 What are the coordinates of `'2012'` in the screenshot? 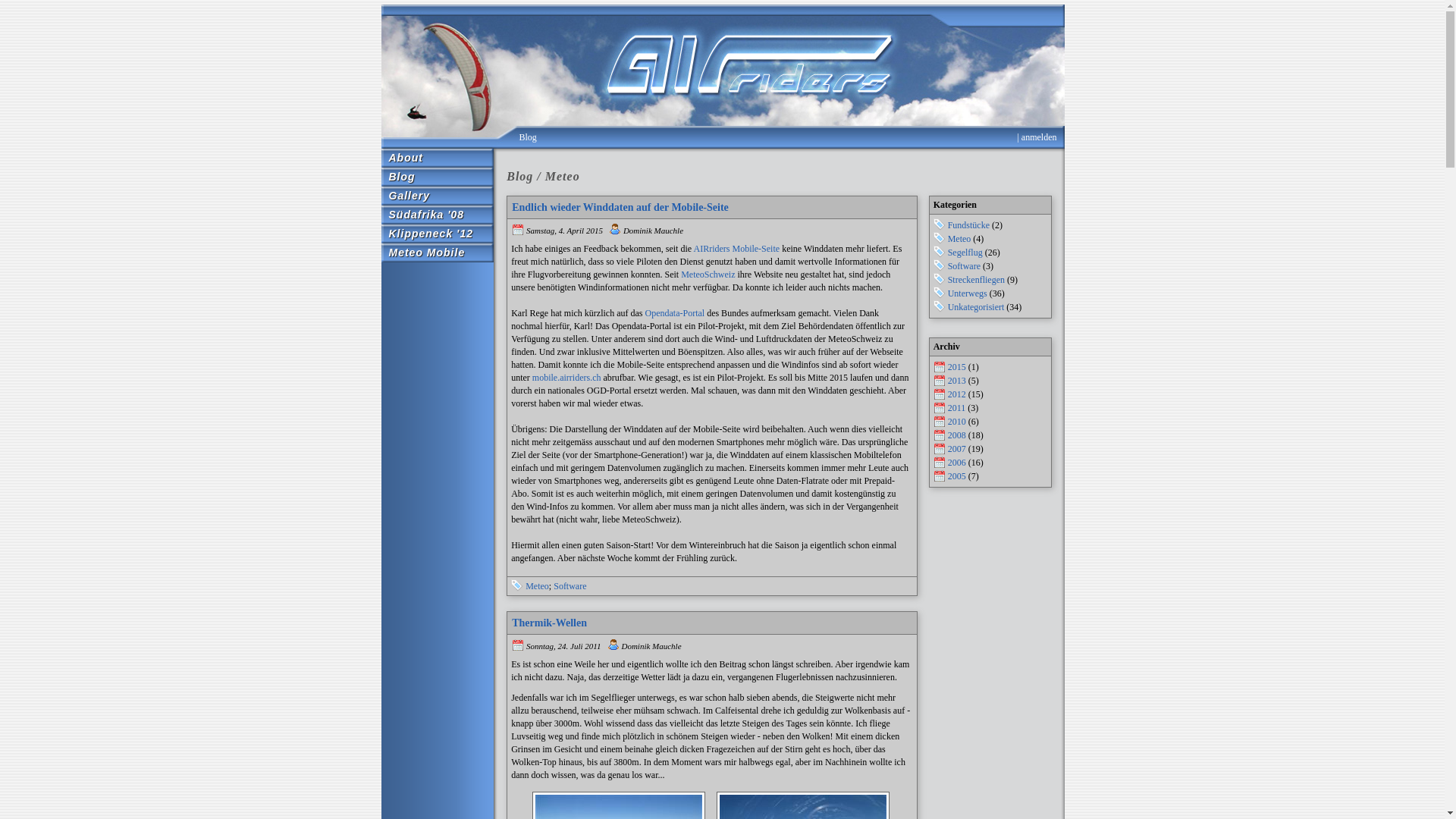 It's located at (946, 394).